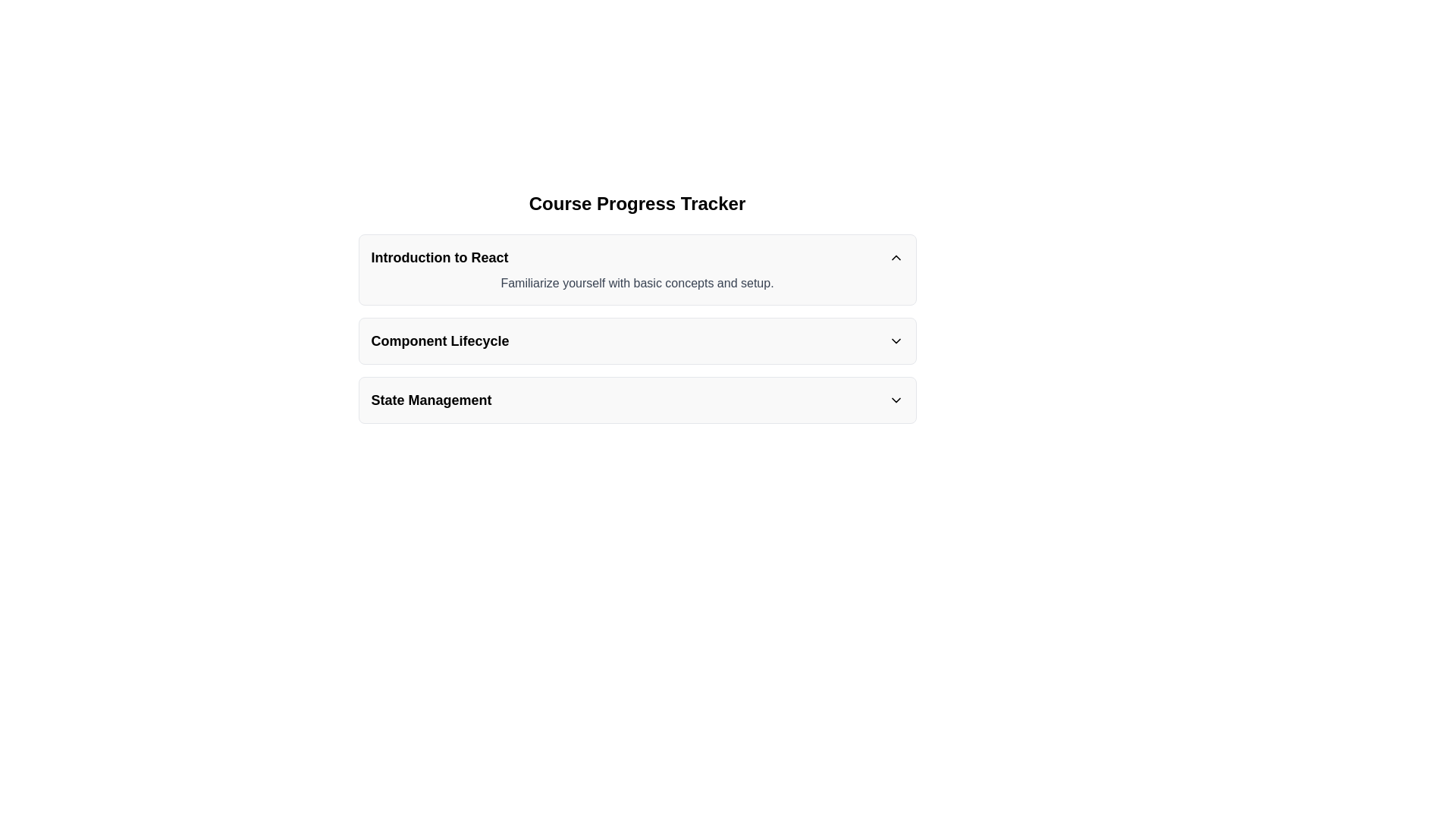 The height and width of the screenshot is (819, 1456). I want to click on text content of the title element that serves as a heading for the collapsible section labeled 'Introduction to React', located towards the left side of the header-like structure, so click(439, 256).